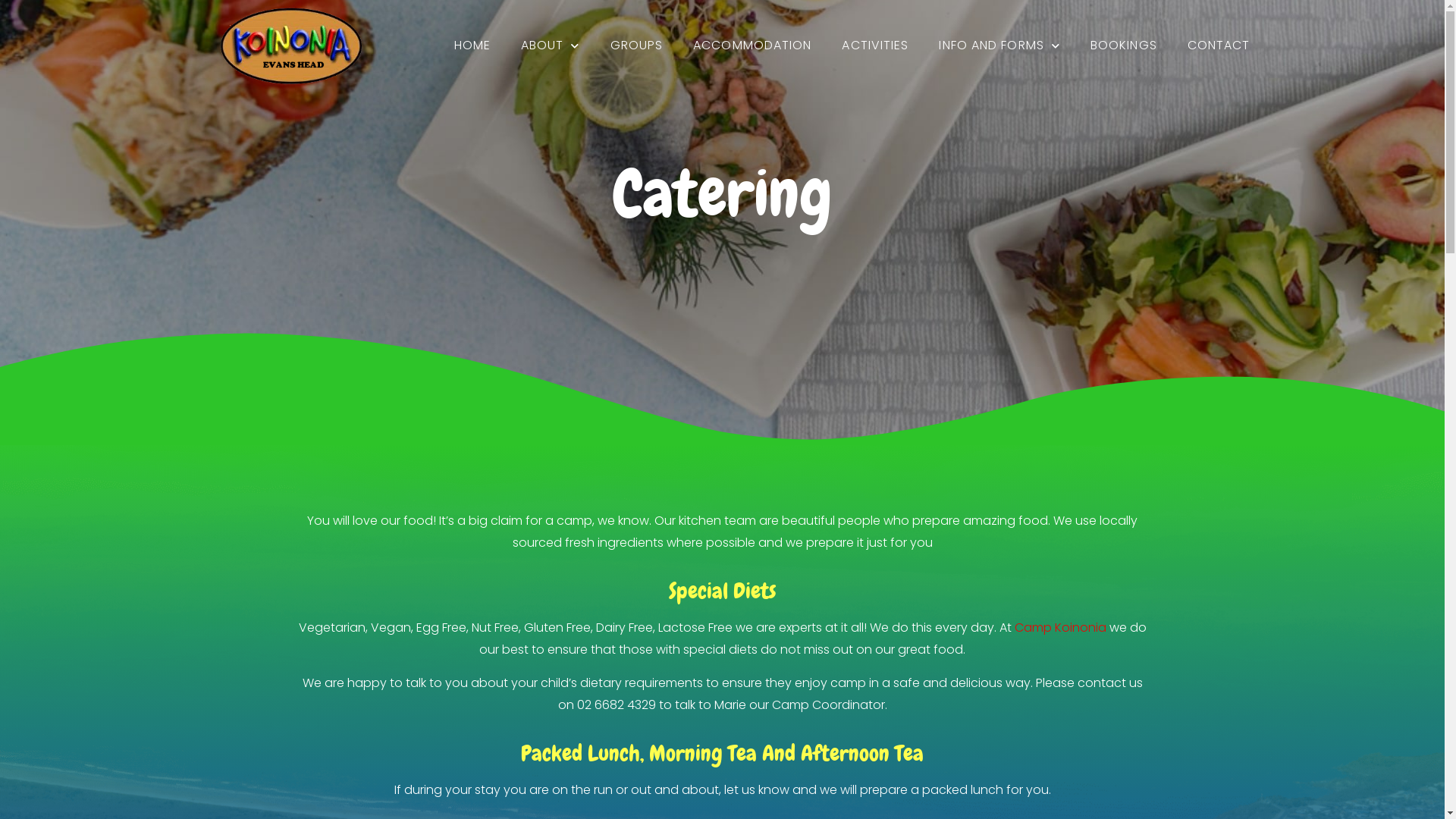  What do you see at coordinates (637, 45) in the screenshot?
I see `'GROUPS'` at bounding box center [637, 45].